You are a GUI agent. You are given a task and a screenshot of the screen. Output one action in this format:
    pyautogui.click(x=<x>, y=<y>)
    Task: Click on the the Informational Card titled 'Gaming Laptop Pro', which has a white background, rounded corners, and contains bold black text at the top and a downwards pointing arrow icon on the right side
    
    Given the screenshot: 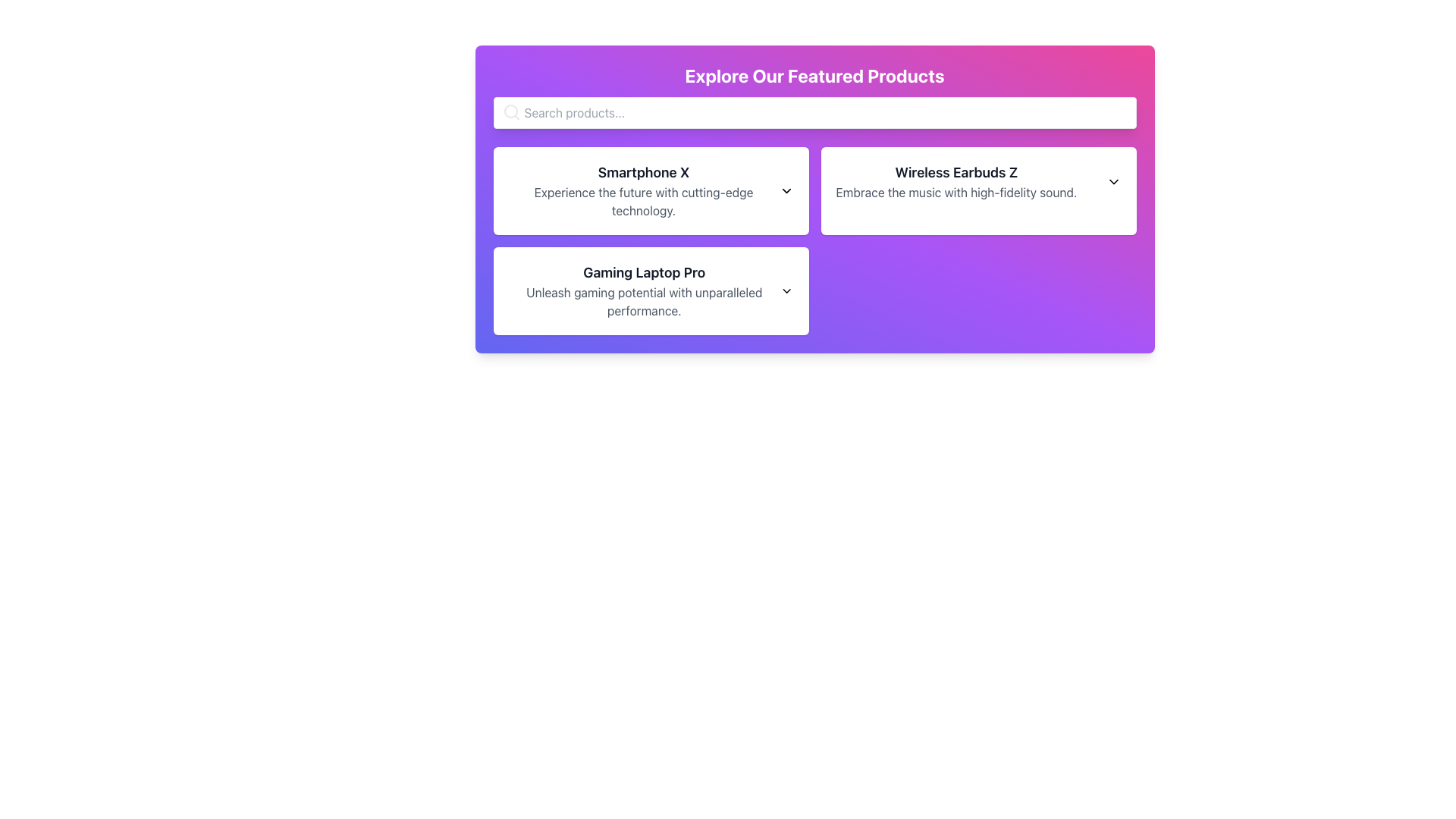 What is the action you would take?
    pyautogui.click(x=651, y=291)
    